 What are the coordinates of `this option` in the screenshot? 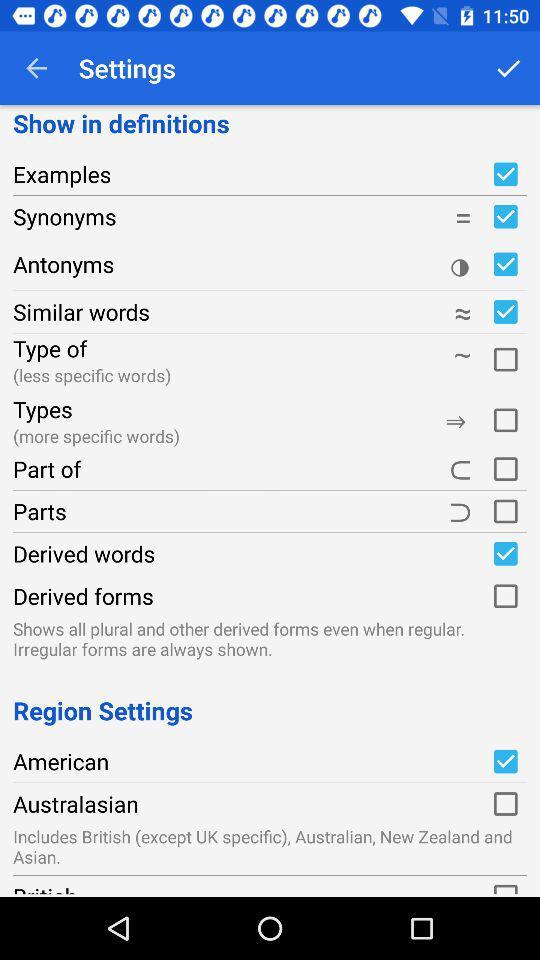 It's located at (504, 804).